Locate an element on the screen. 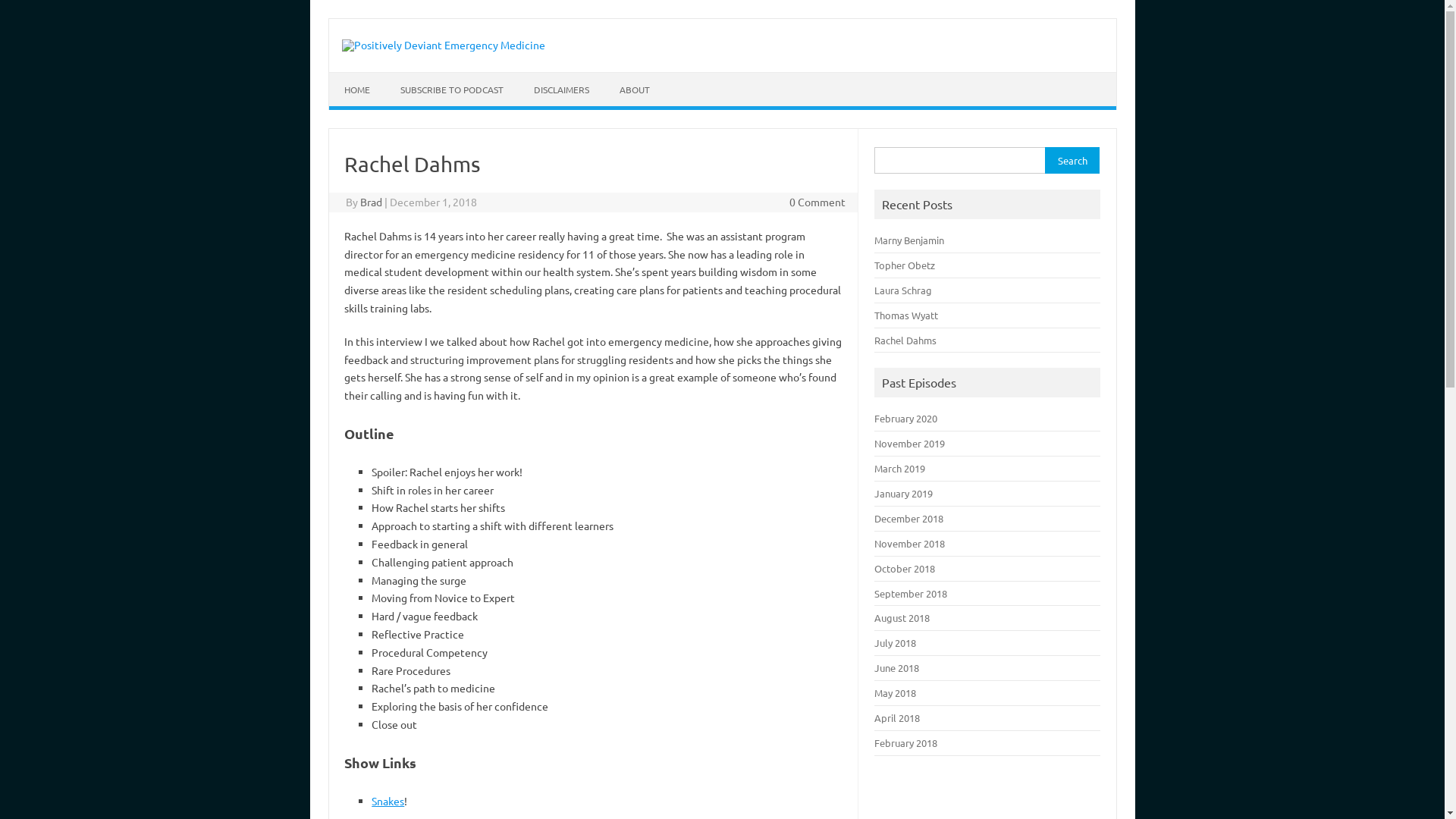 This screenshot has width=1456, height=819. 'Rachel Dahms' is located at coordinates (905, 339).